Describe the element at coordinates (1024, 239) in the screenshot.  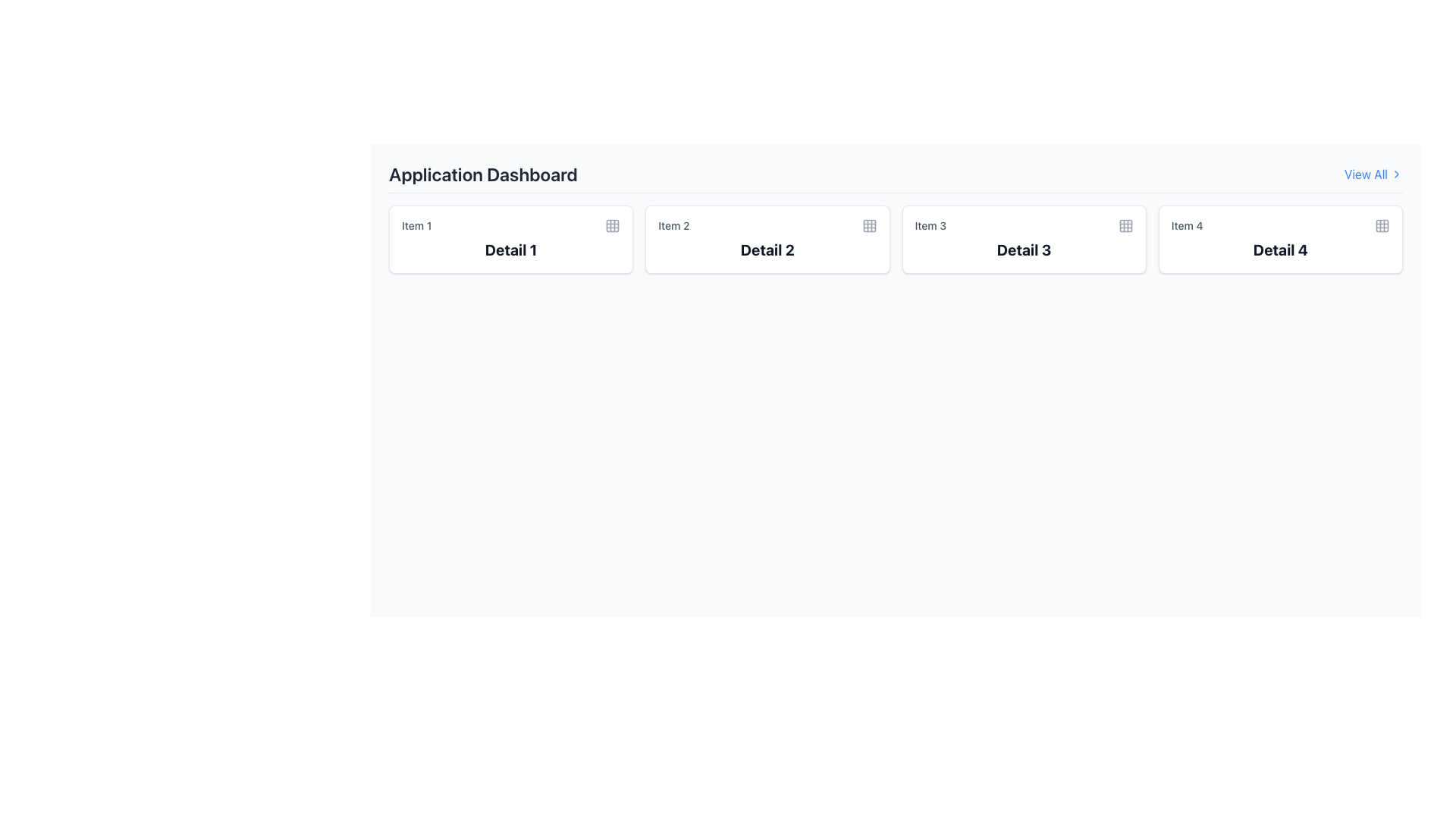
I see `the Display Card element containing 'Item 3' and 'Detail 3' with a grid icon at the top right` at that location.